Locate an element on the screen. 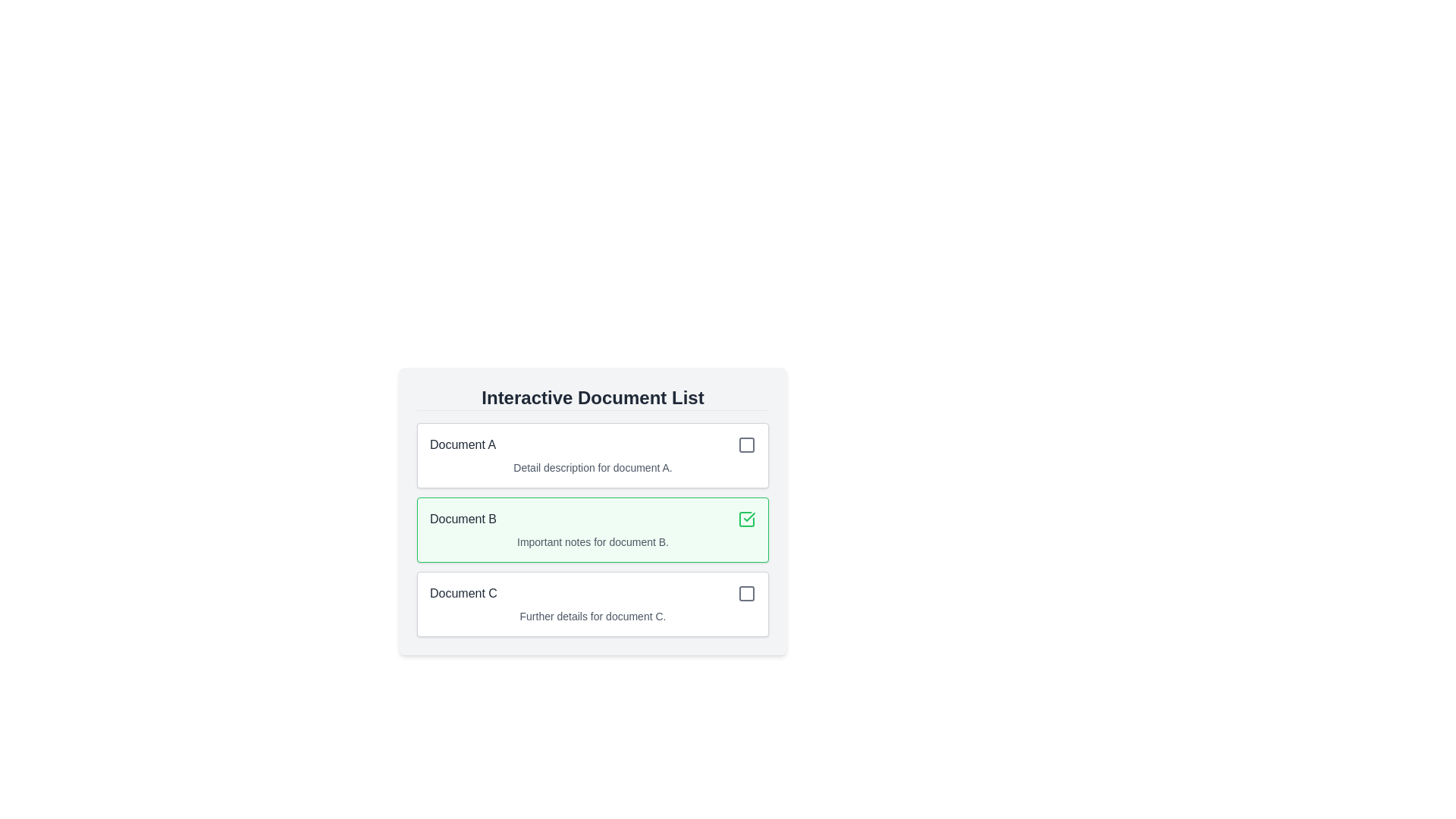 The width and height of the screenshot is (1456, 819). the header text of the Interactive Document List is located at coordinates (592, 397).